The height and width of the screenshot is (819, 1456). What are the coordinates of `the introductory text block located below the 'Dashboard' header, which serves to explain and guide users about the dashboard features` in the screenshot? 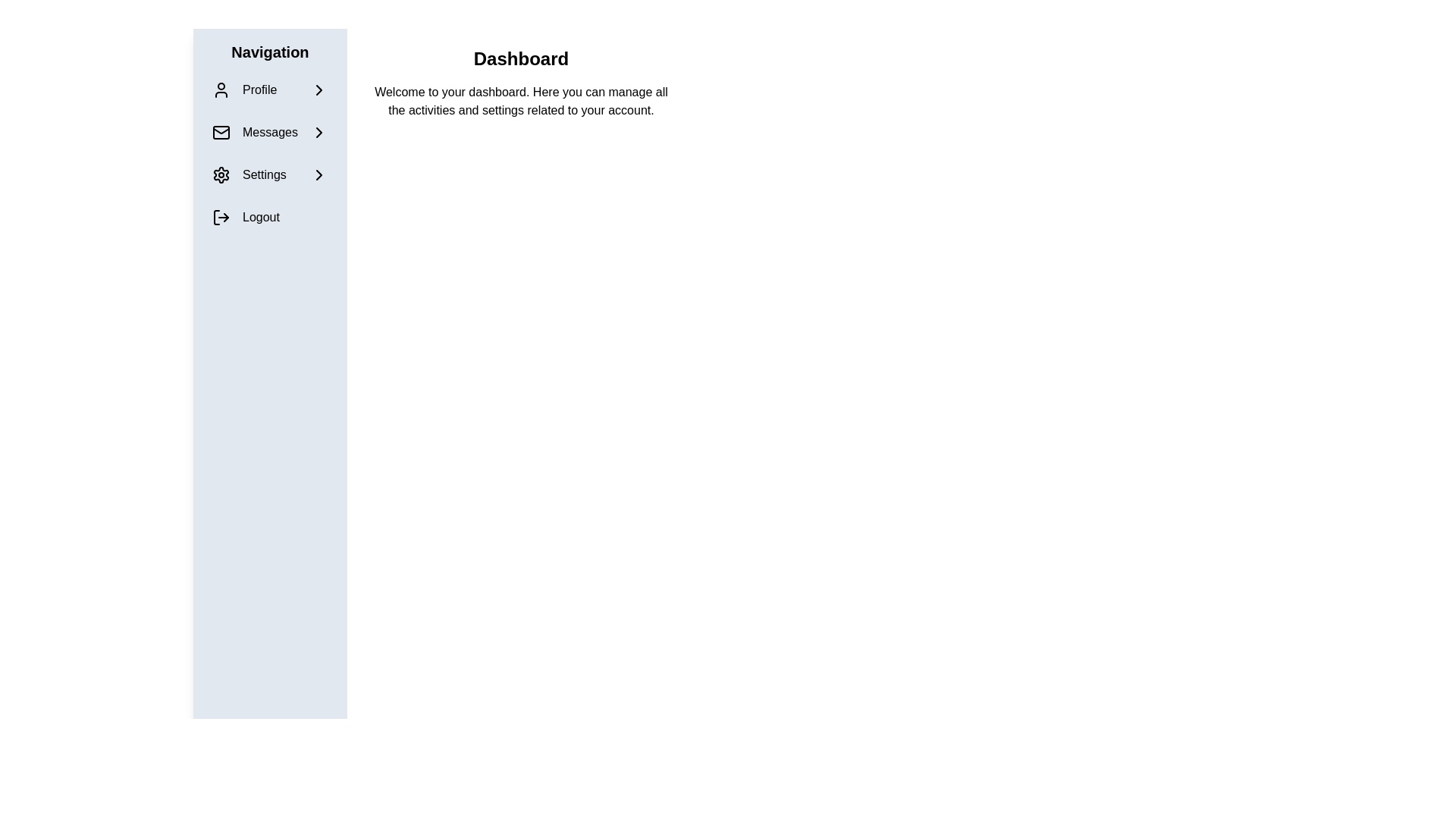 It's located at (521, 102).